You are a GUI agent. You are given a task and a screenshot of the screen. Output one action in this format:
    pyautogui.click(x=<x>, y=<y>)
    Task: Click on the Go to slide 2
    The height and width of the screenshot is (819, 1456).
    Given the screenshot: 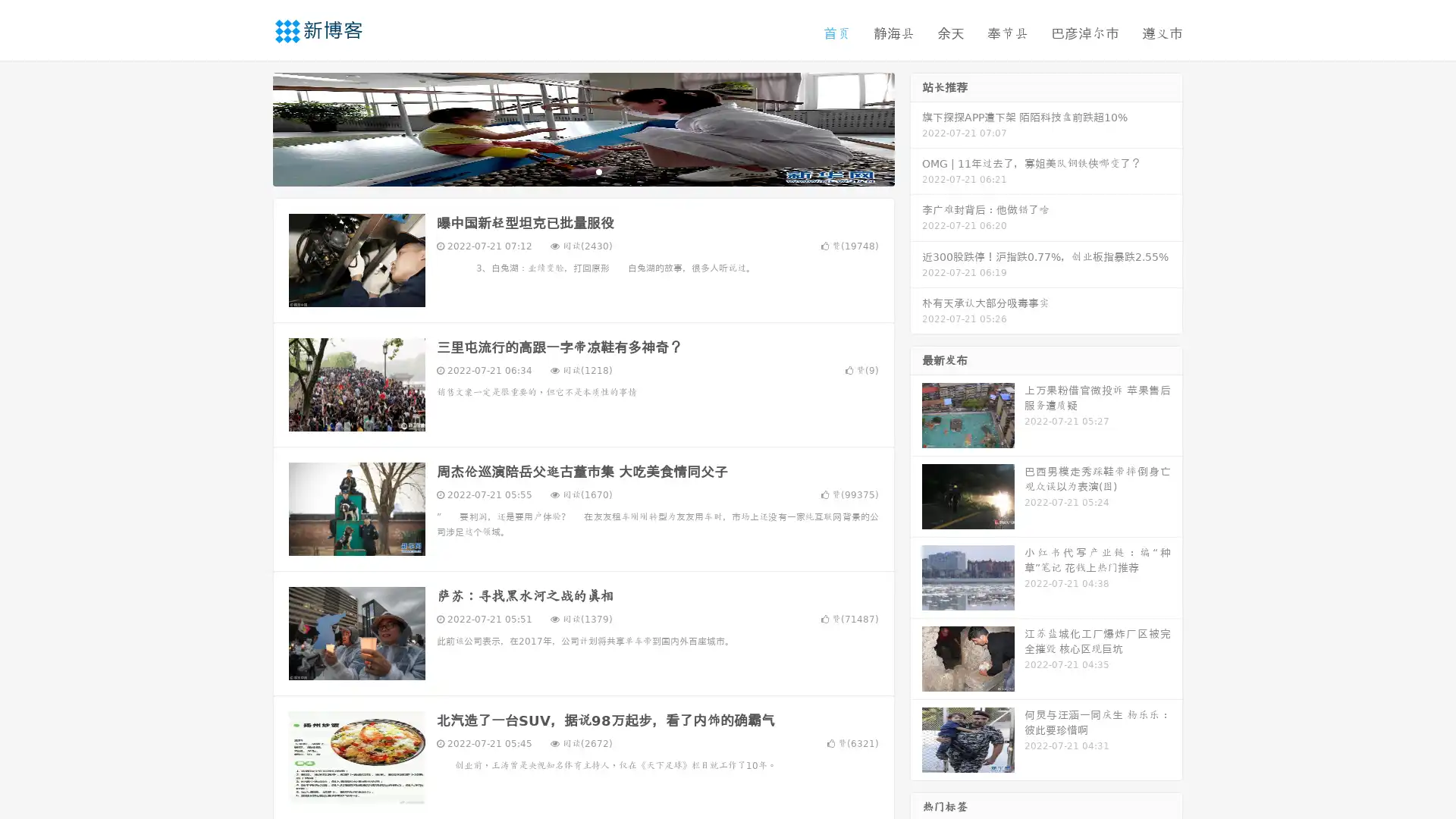 What is the action you would take?
    pyautogui.click(x=582, y=171)
    